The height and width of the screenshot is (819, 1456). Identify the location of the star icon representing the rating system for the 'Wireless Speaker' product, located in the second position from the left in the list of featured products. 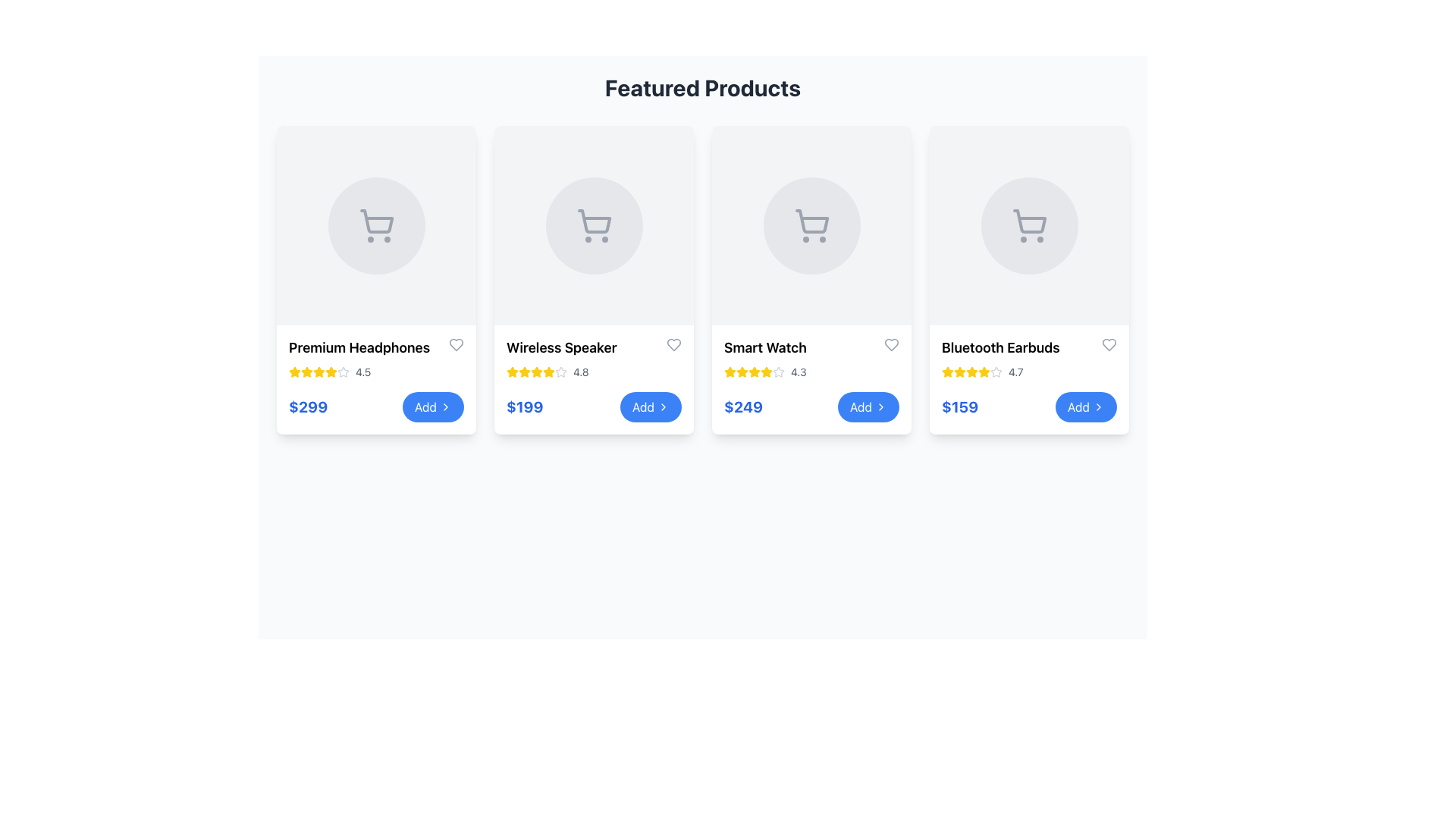
(548, 372).